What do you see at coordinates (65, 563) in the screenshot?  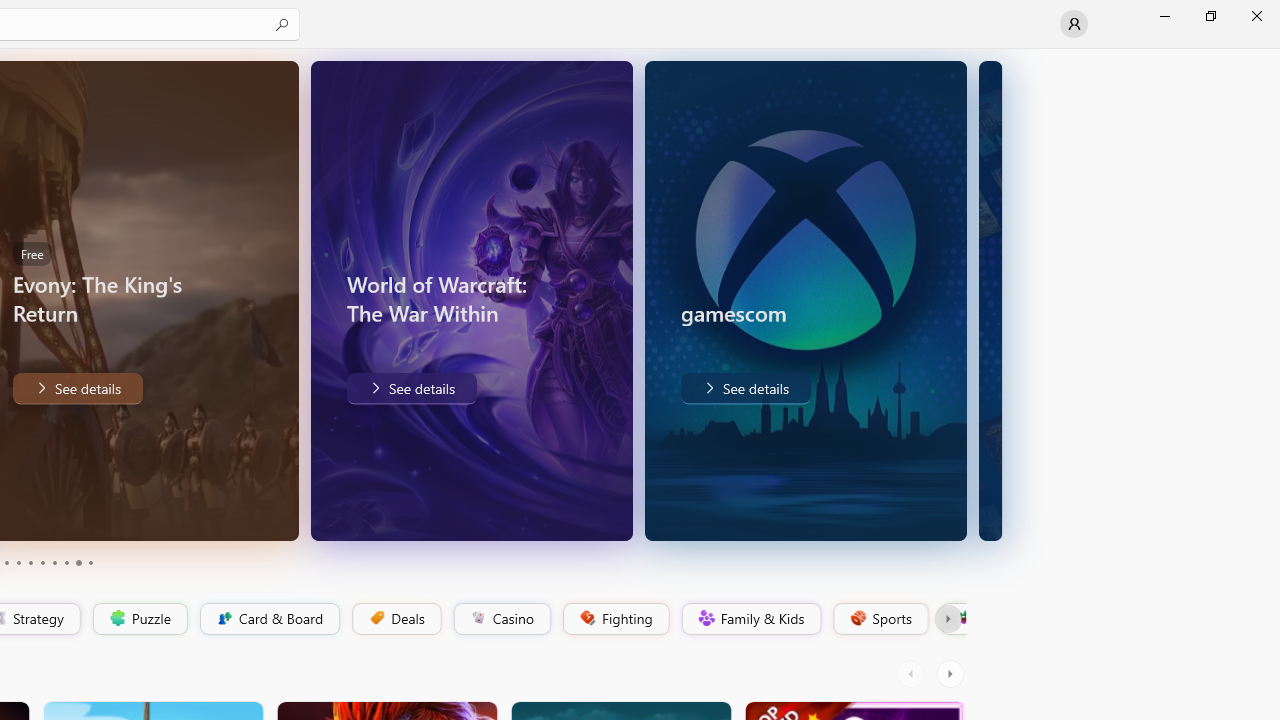 I see `'Page 8'` at bounding box center [65, 563].